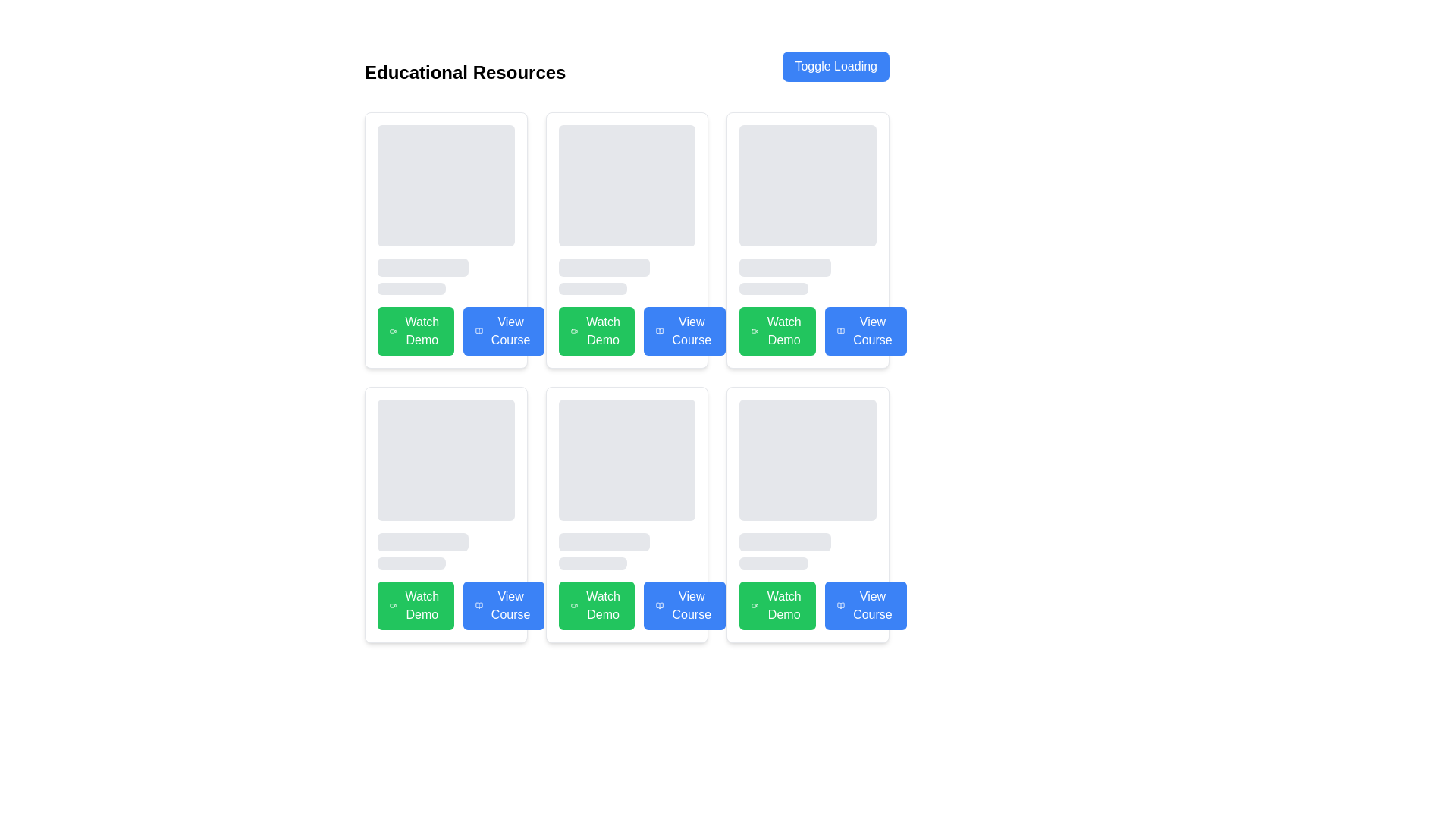 This screenshot has height=819, width=1456. What do you see at coordinates (416, 604) in the screenshot?
I see `the rectangular green button labeled 'Watch Demo' located in the bottom-left corner of the second card in the bottom row of the grid layout, to navigate via keyboard` at bounding box center [416, 604].